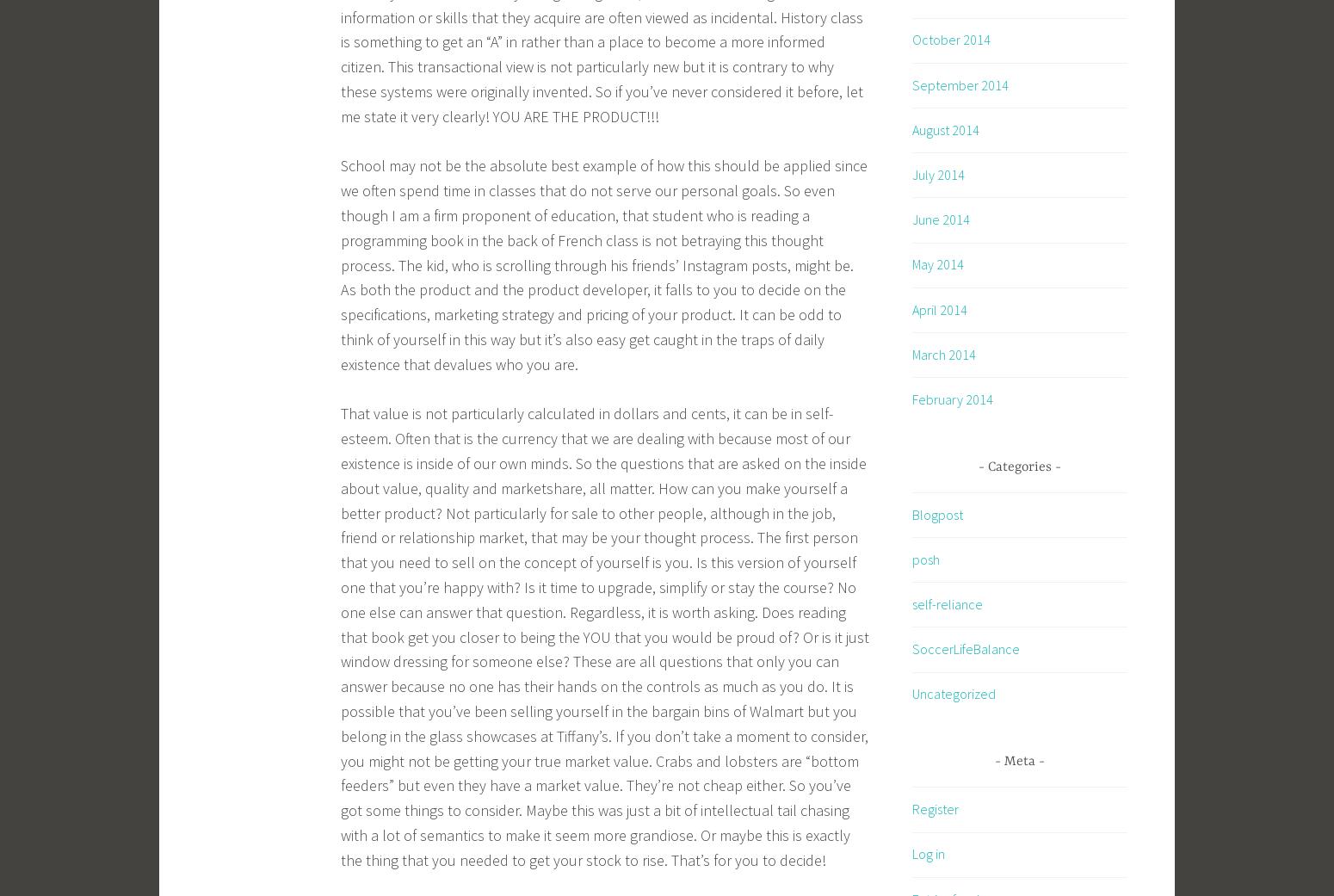 The height and width of the screenshot is (896, 1334). What do you see at coordinates (936, 514) in the screenshot?
I see `'Blogpost'` at bounding box center [936, 514].